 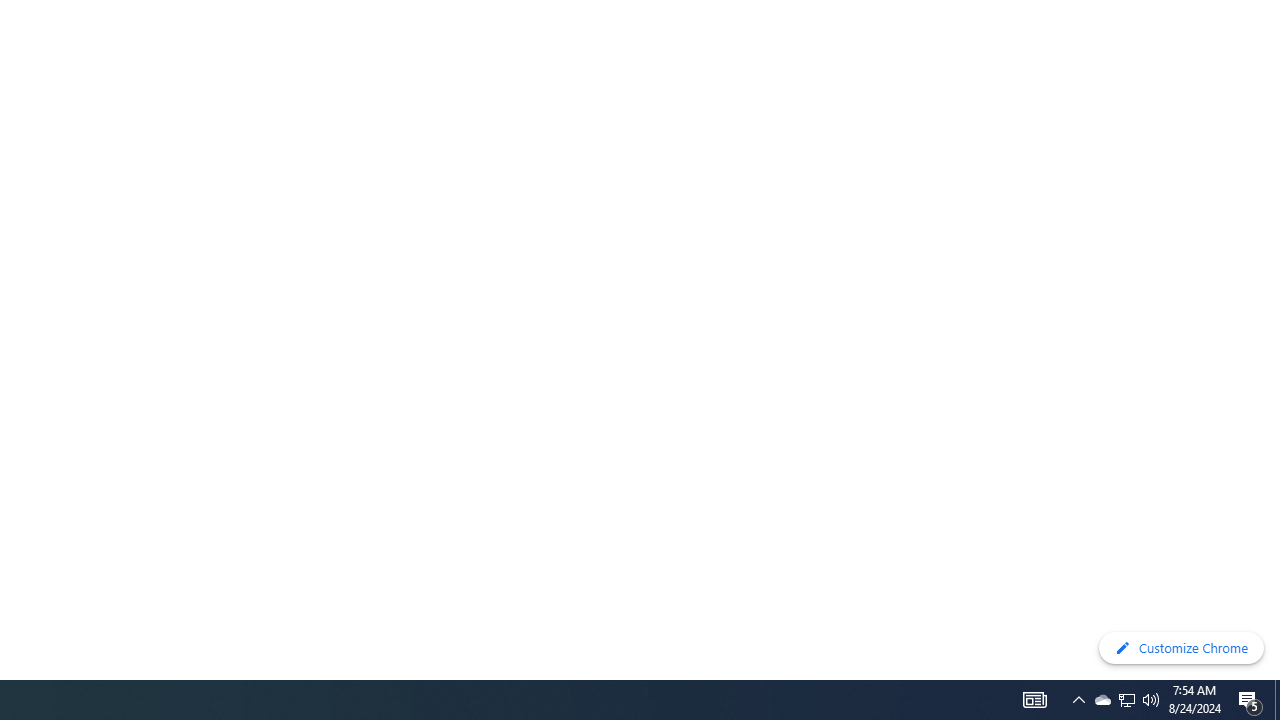 I want to click on 'Customize Chrome', so click(x=1181, y=648).